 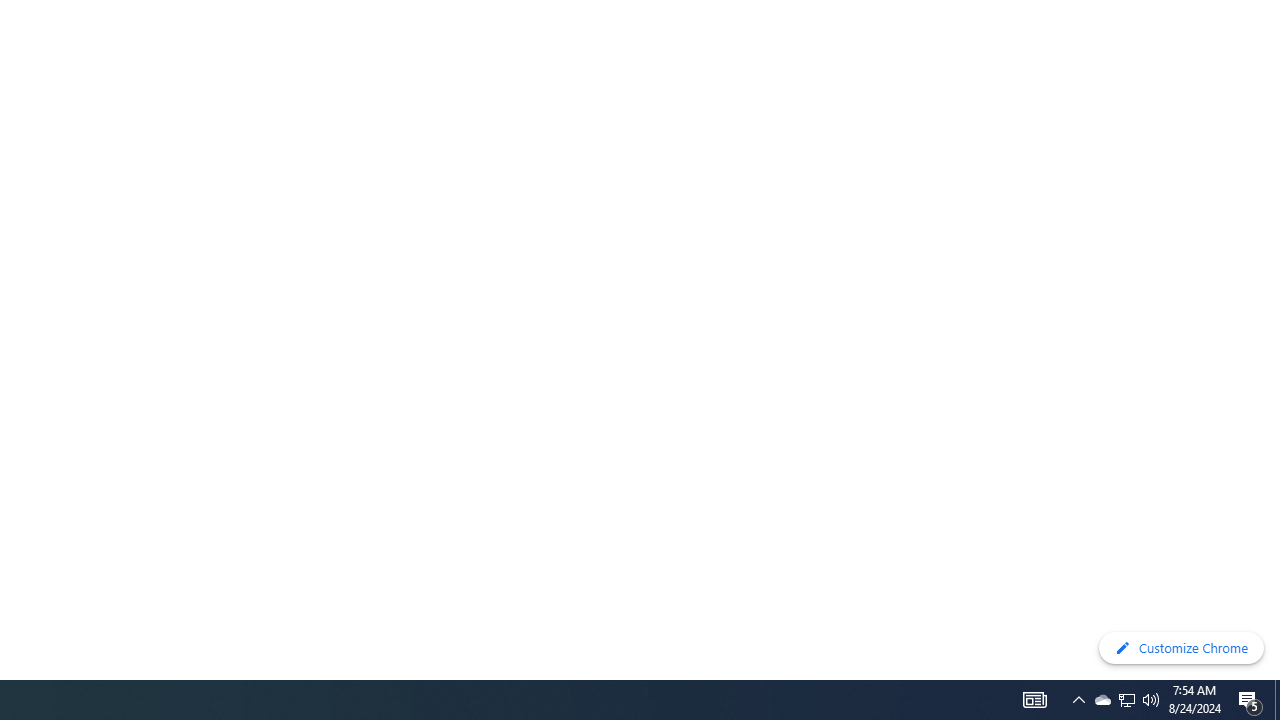 I want to click on 'Customize Chrome', so click(x=1181, y=648).